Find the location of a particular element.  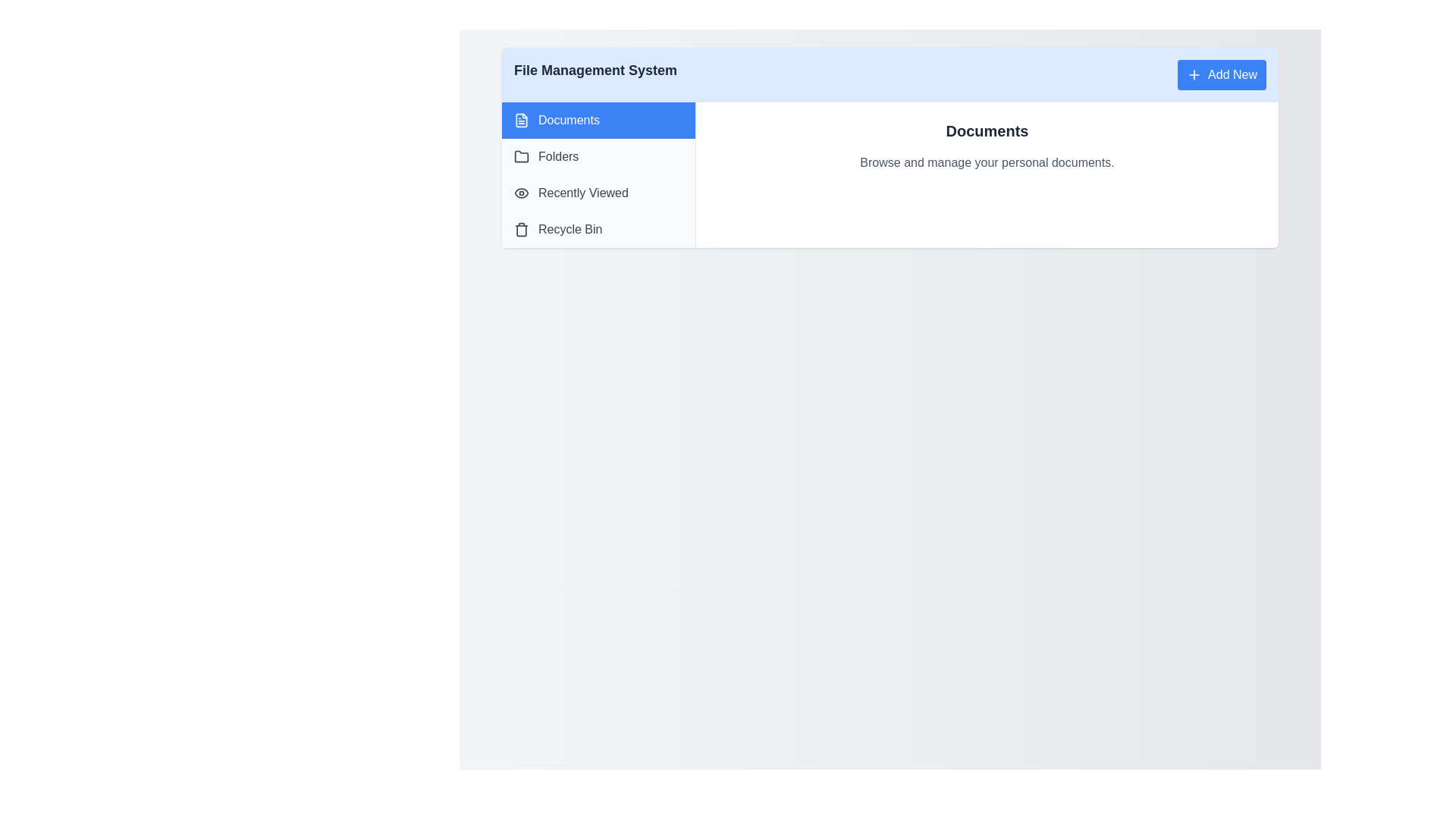

the document icon with a folded corner in the sidebar, which represents the 'Documents' menu item is located at coordinates (521, 119).